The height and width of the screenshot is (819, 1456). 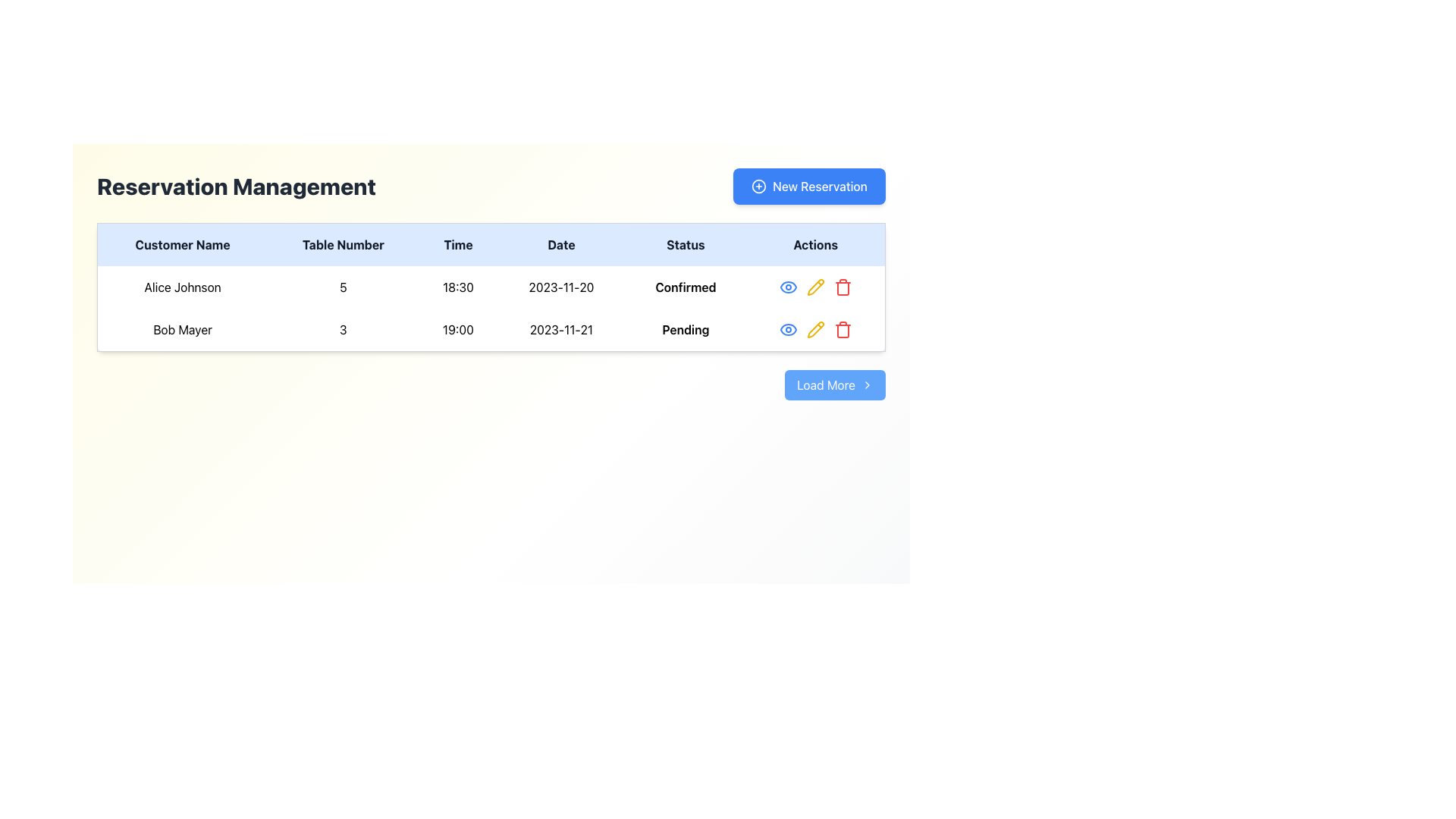 I want to click on the rectangular button with rounded corners and a blue background labeled 'Load More' to initiate the loading of additional data, so click(x=834, y=384).